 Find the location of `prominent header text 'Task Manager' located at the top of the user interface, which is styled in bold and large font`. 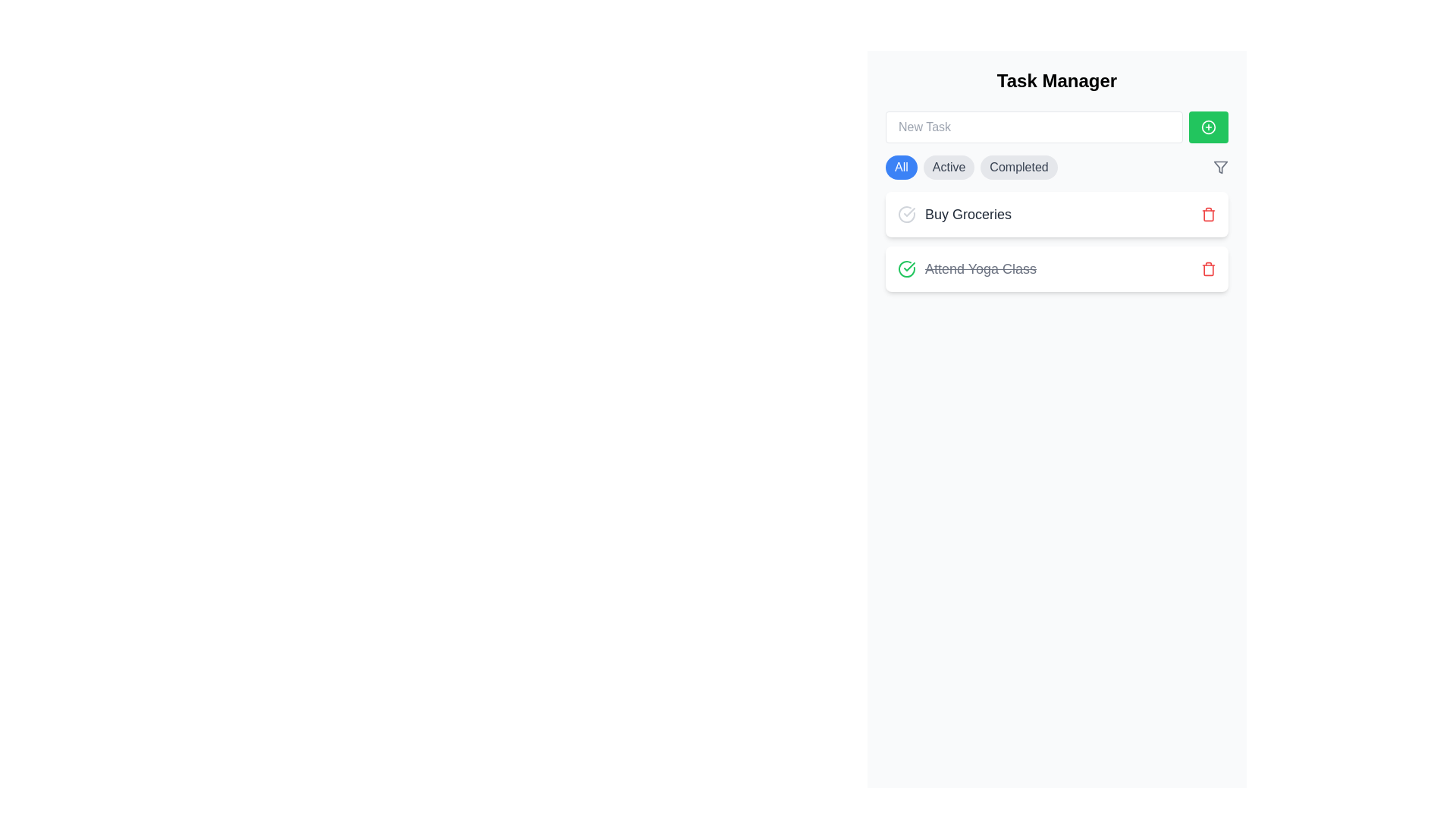

prominent header text 'Task Manager' located at the top of the user interface, which is styled in bold and large font is located at coordinates (1056, 81).